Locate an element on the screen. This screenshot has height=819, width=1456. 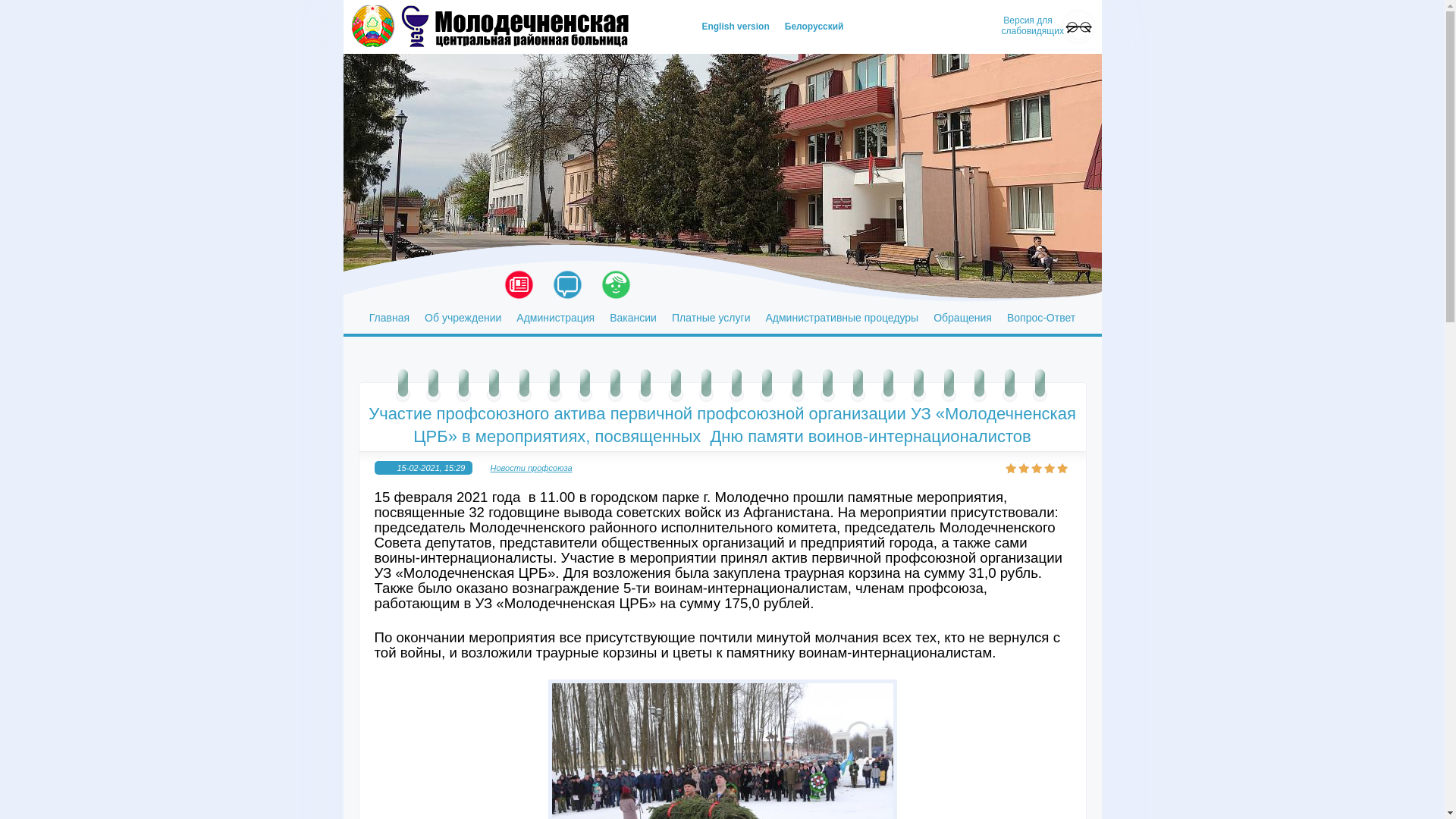
'3' is located at coordinates (1036, 467).